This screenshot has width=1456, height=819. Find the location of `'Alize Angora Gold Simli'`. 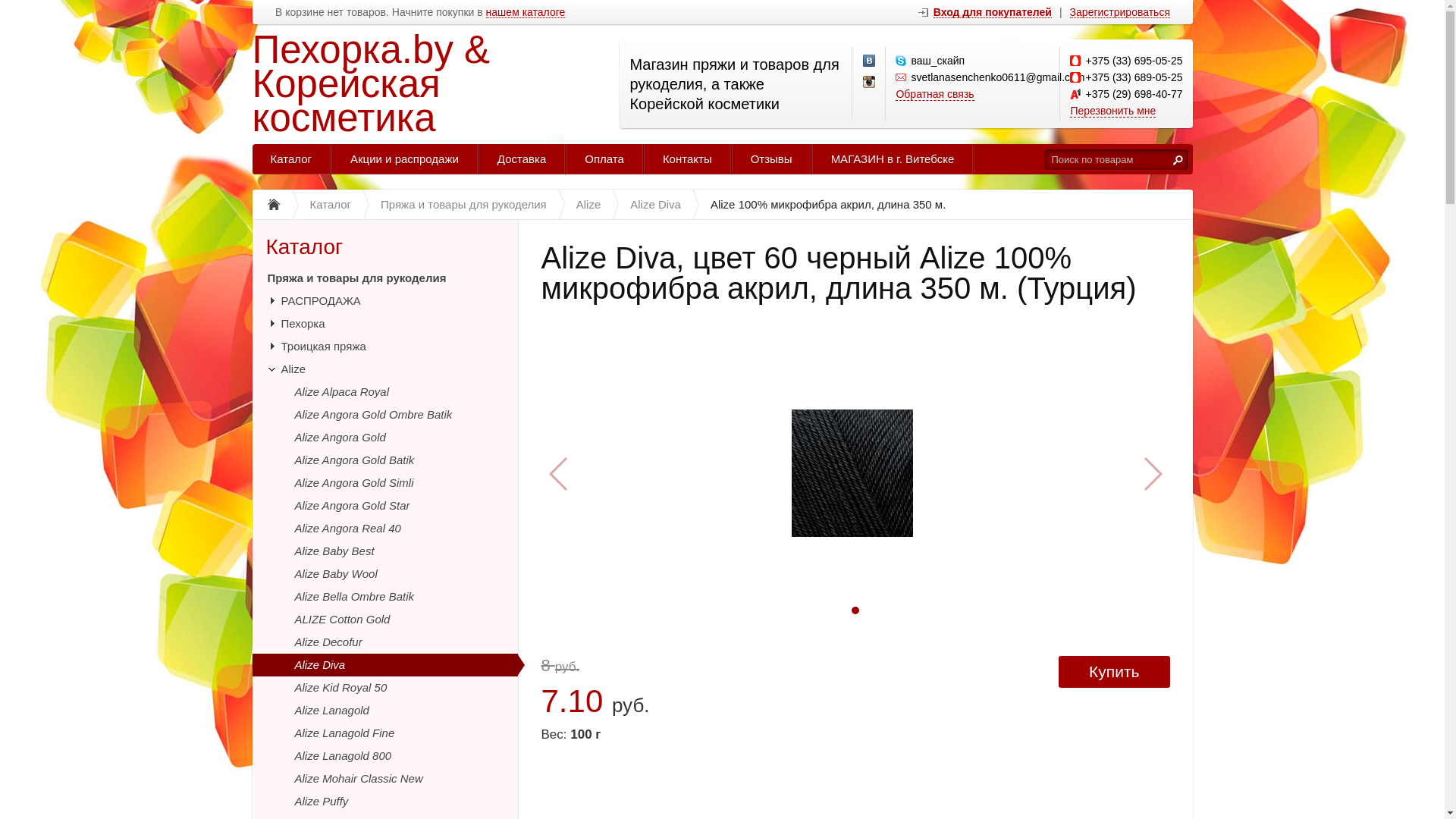

'Alize Angora Gold Simli' is located at coordinates (384, 482).